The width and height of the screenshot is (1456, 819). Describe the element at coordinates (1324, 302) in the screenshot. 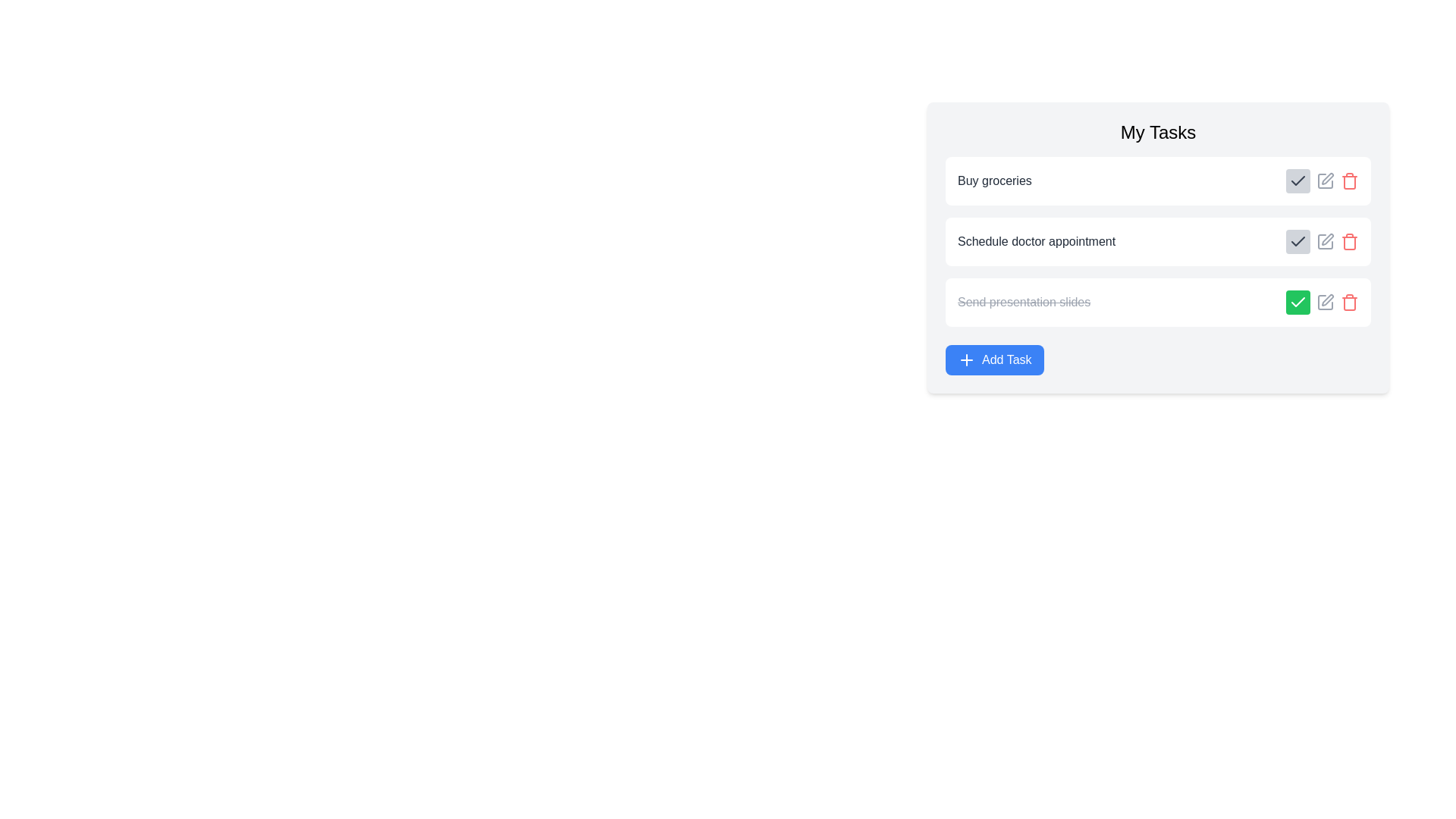

I see `the edit button for the task 'Send presentation slides' to edit its details` at that location.